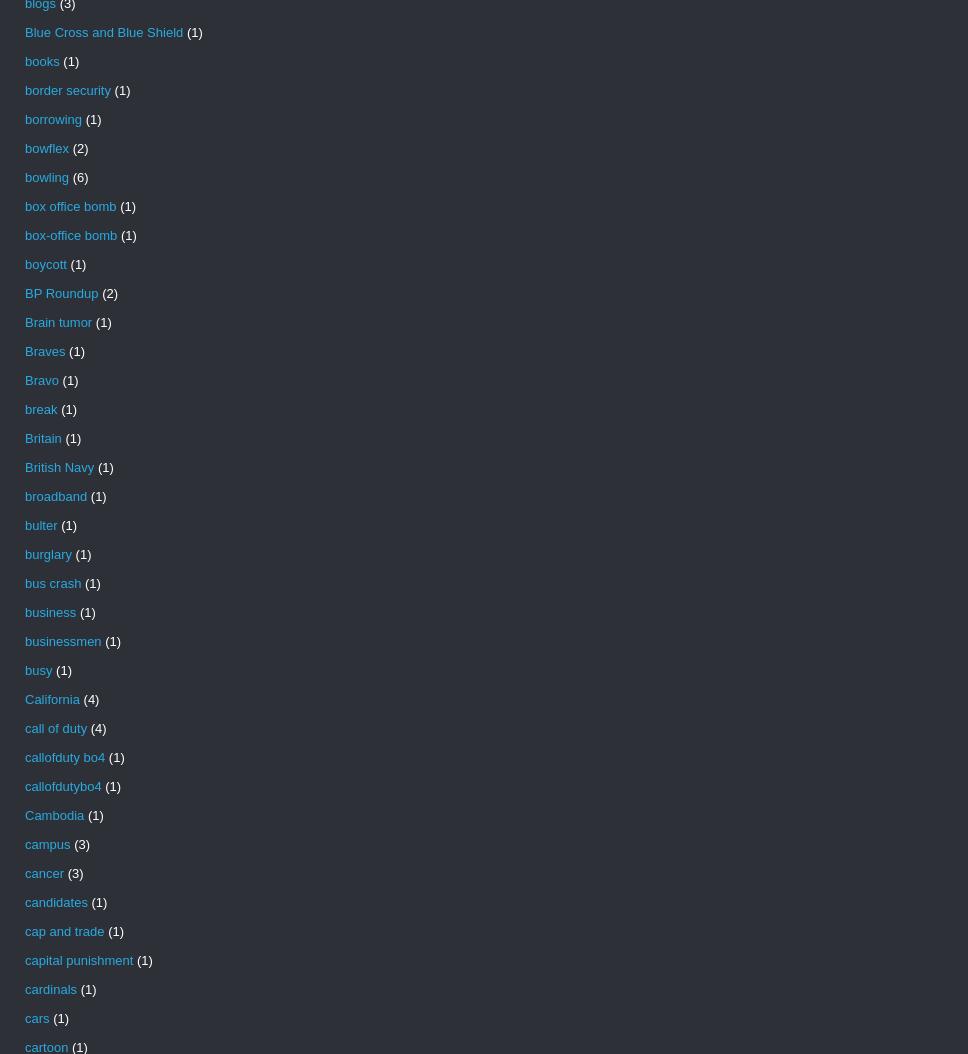 The height and width of the screenshot is (1054, 968). I want to click on 'Cambodia', so click(53, 814).